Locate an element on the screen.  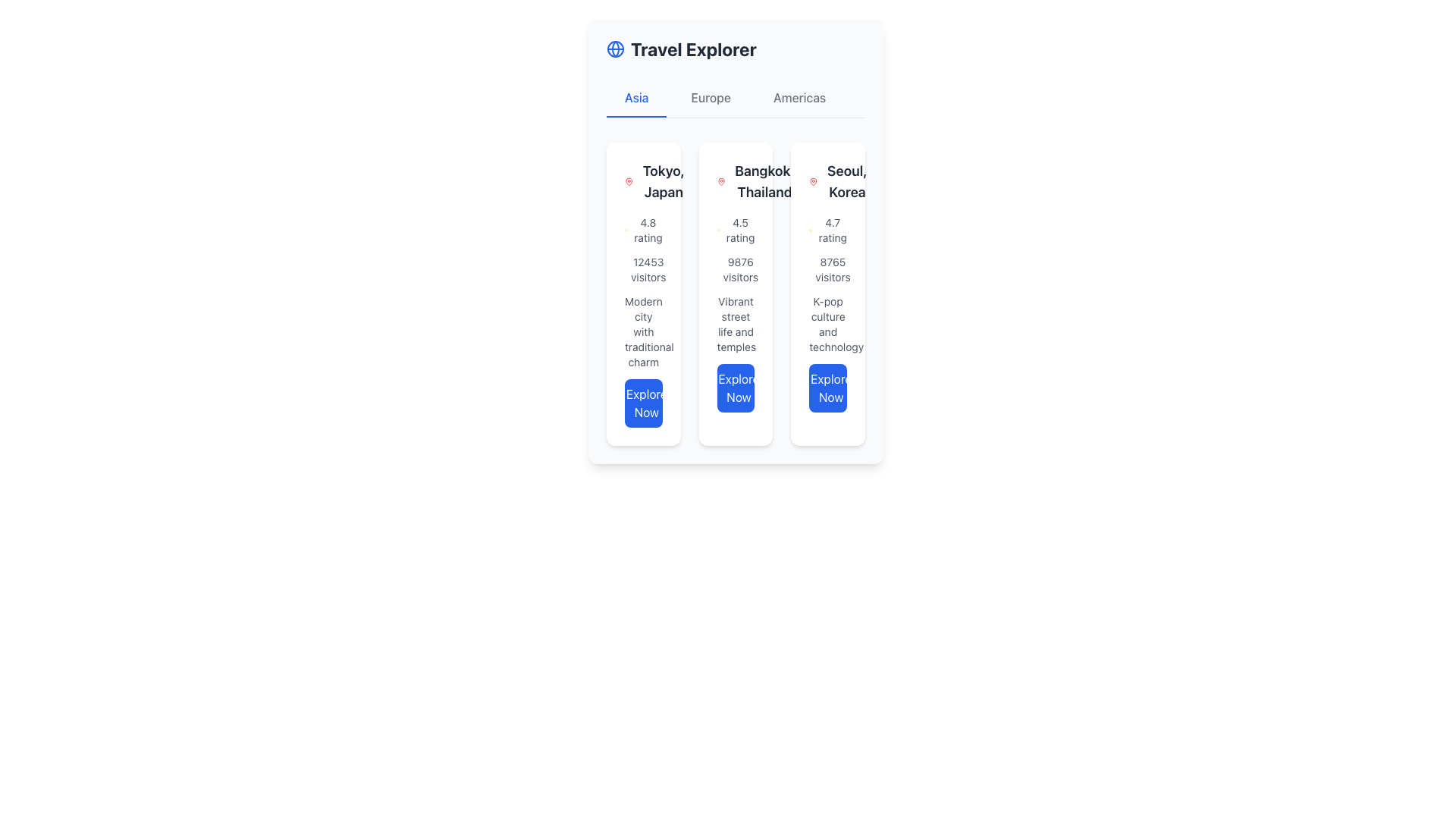
the text label '4.7 rating' which is located in the third card under the 'Asia' tab in the 'Travel Explorer' section, styled in gray and next to a star icon is located at coordinates (832, 231).